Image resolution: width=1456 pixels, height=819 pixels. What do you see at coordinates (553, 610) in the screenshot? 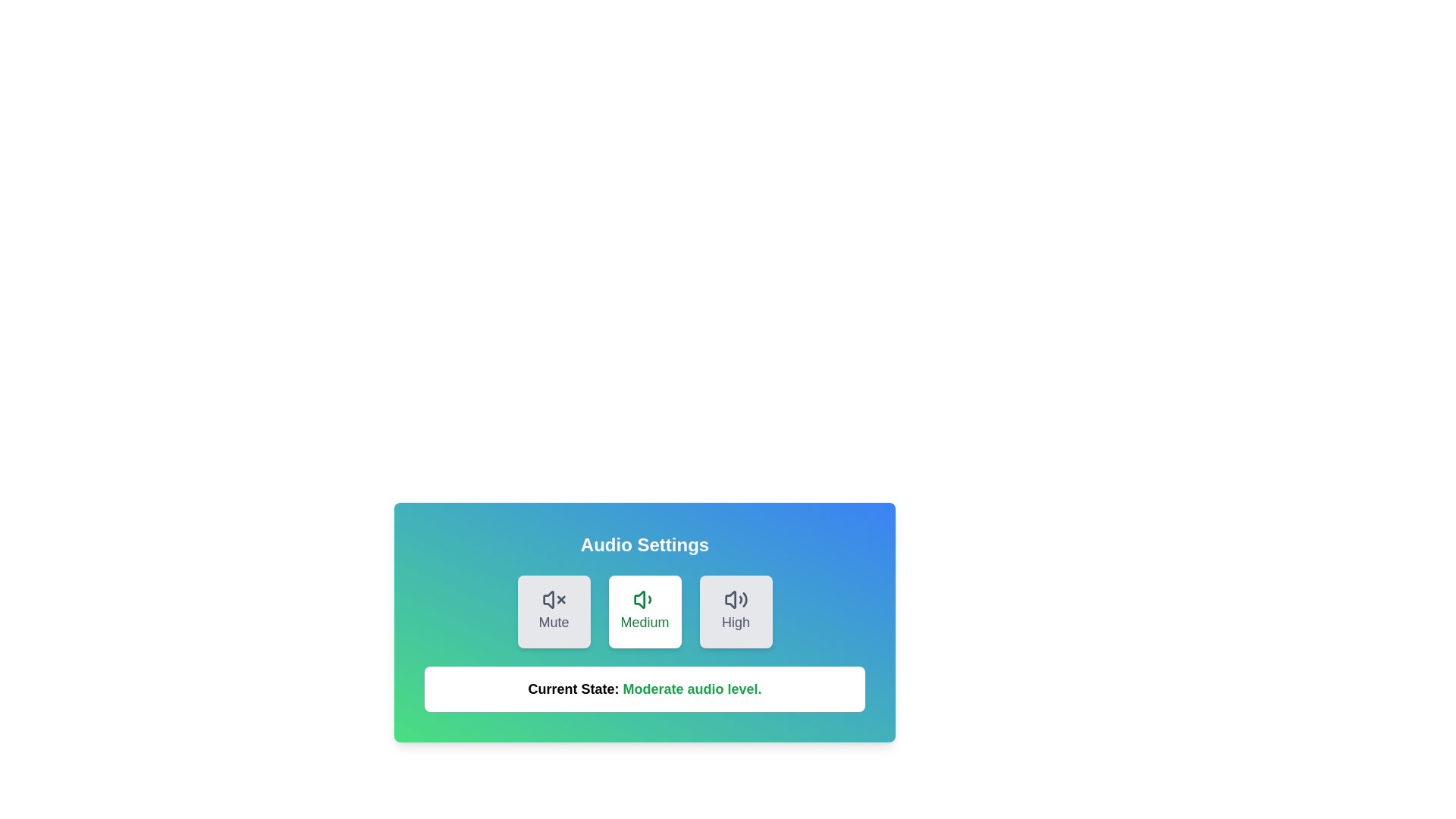
I see `the button corresponding to Mute` at bounding box center [553, 610].